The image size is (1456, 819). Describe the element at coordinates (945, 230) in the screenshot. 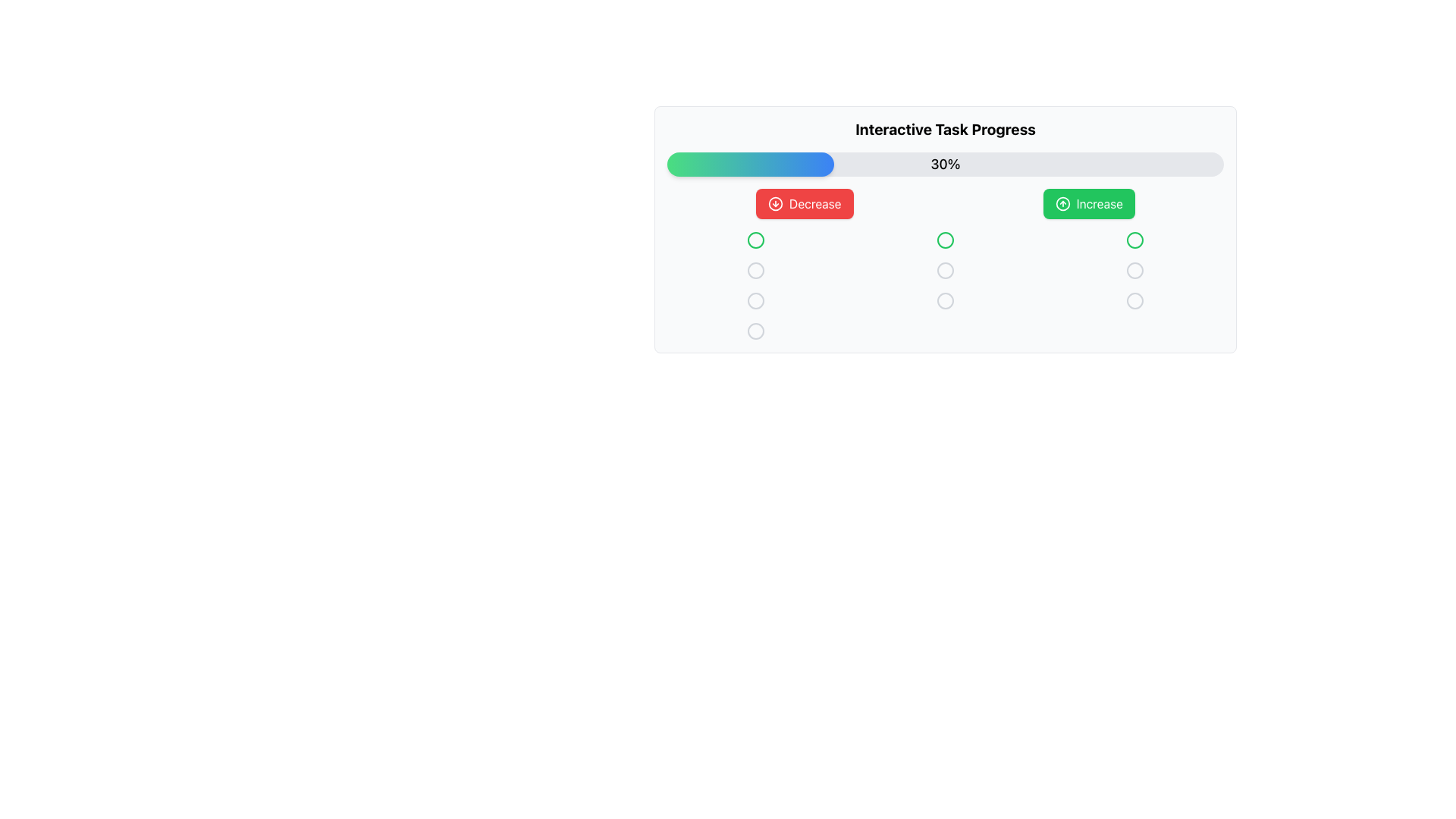

I see `the green circular Interactive button located in the middle column of the 'Interactive Task Progress' section, third from the top` at that location.